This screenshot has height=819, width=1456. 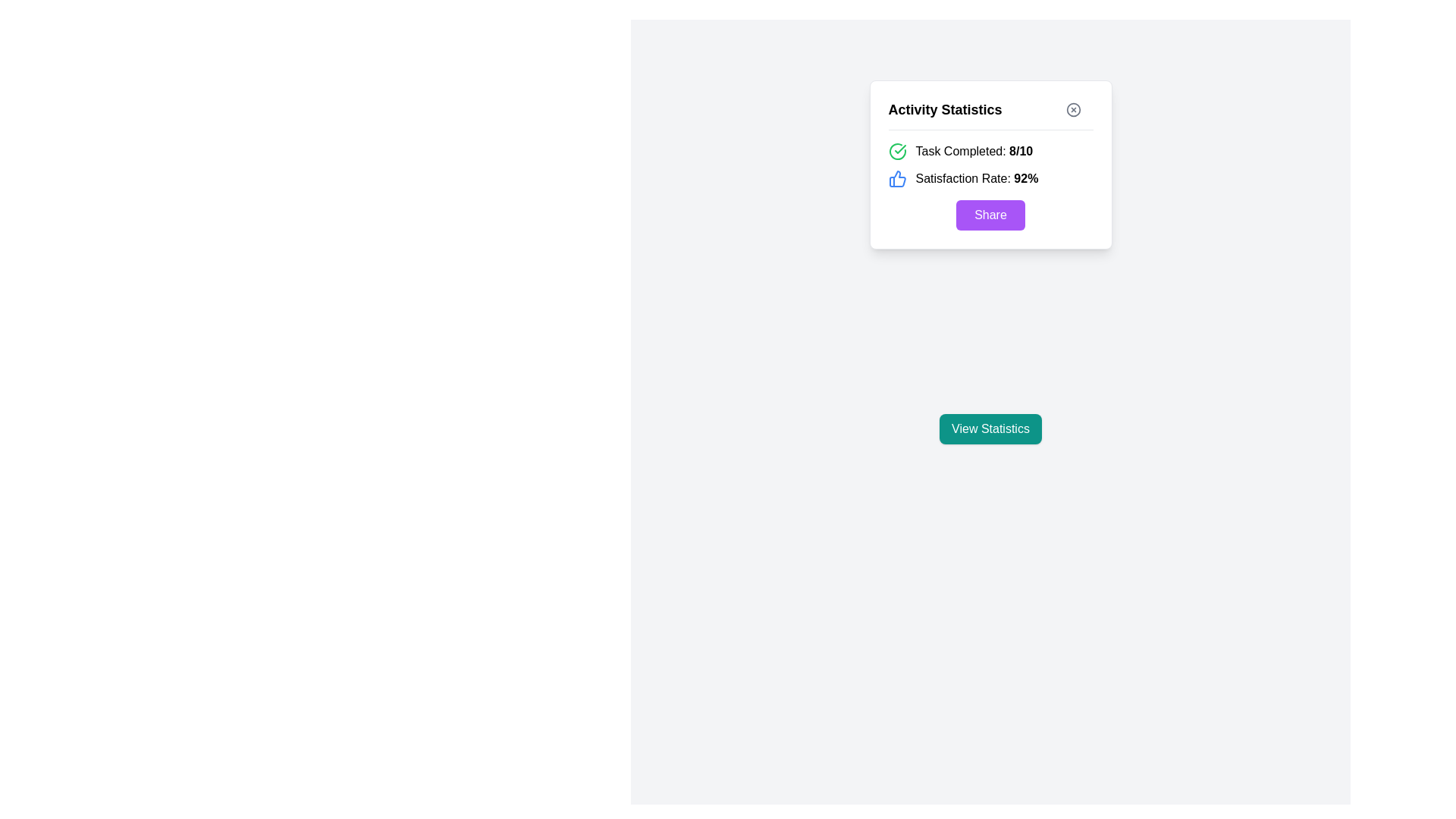 I want to click on the Text Block displaying 'Activity Statistics', which is a bold text element located at the top of a white panel, so click(x=990, y=114).